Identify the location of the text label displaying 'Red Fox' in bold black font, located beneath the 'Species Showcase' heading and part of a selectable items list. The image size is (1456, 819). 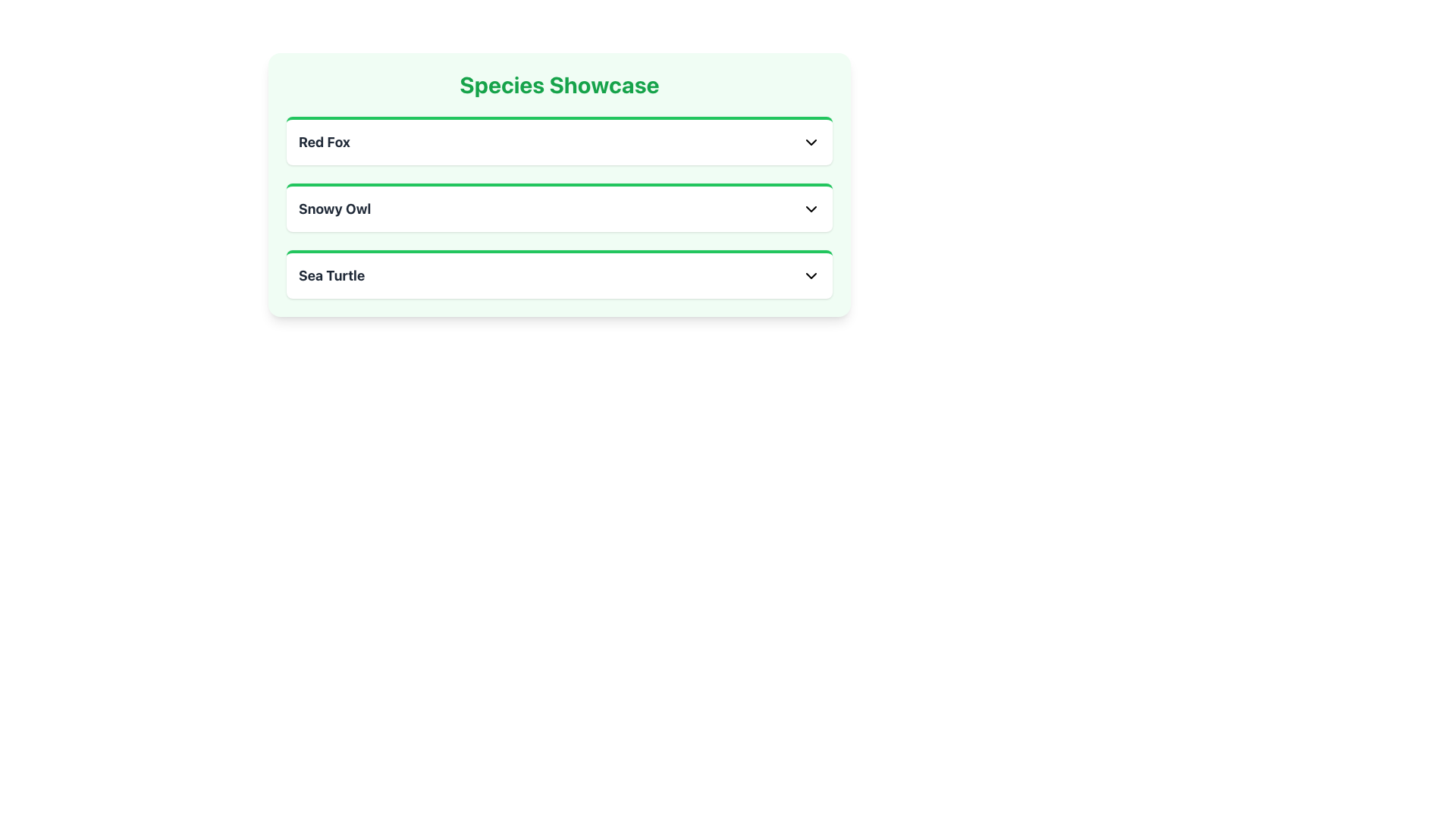
(323, 143).